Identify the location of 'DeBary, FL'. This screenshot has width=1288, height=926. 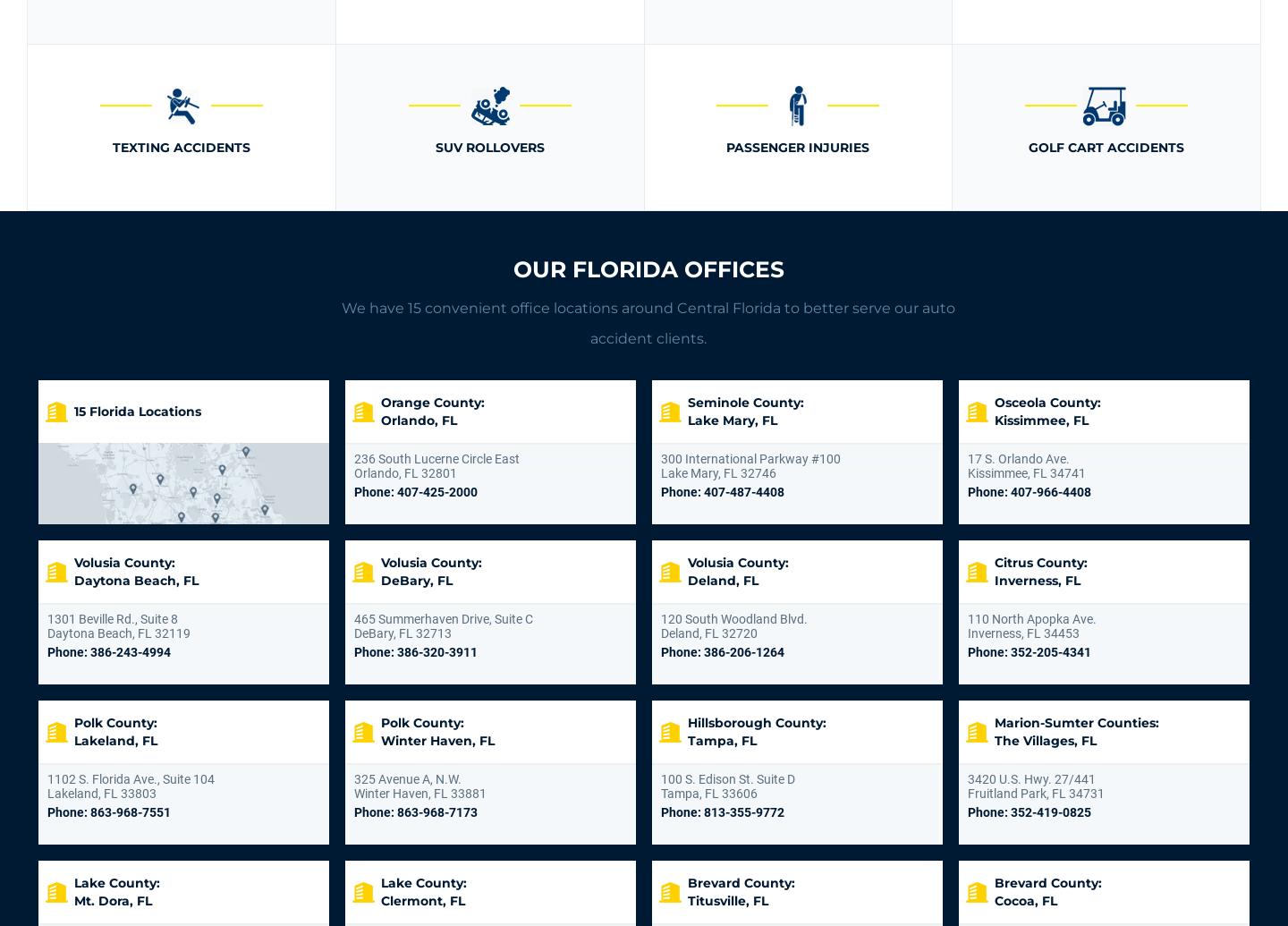
(380, 580).